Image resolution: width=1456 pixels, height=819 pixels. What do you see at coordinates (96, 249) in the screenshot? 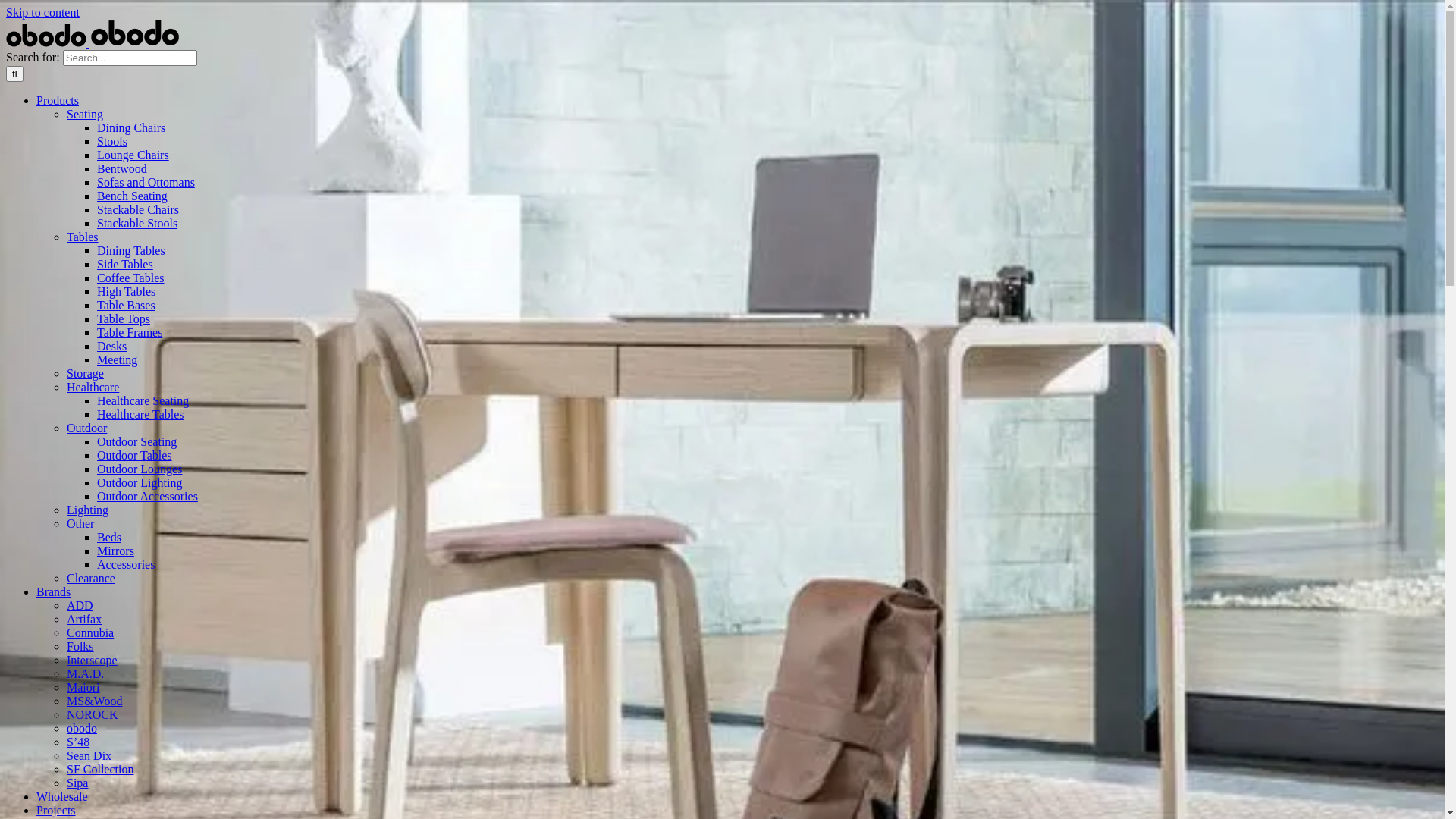
I see `'Dining Tables'` at bounding box center [96, 249].